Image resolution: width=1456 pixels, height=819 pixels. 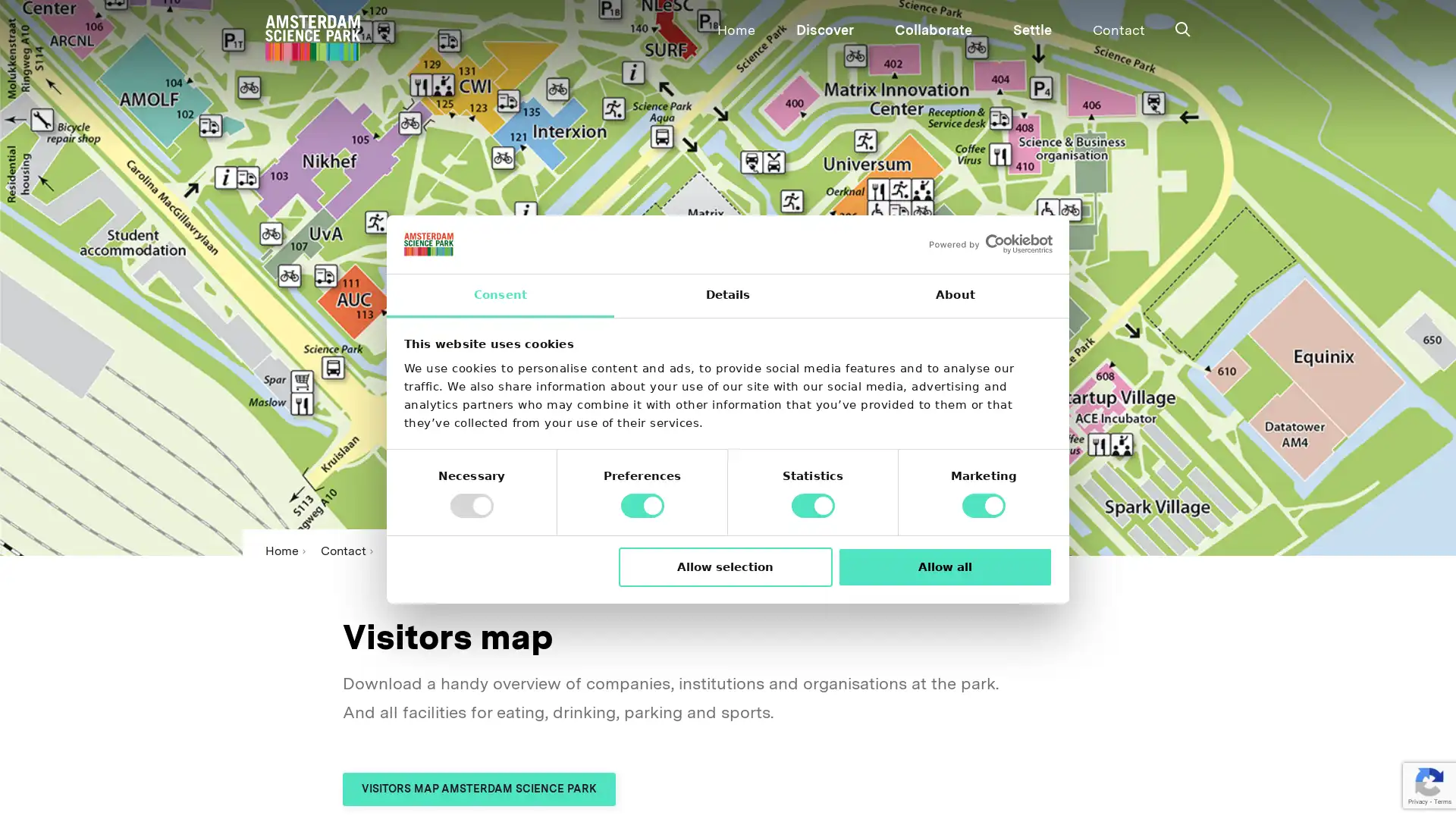 I want to click on Allow all, so click(x=944, y=566).